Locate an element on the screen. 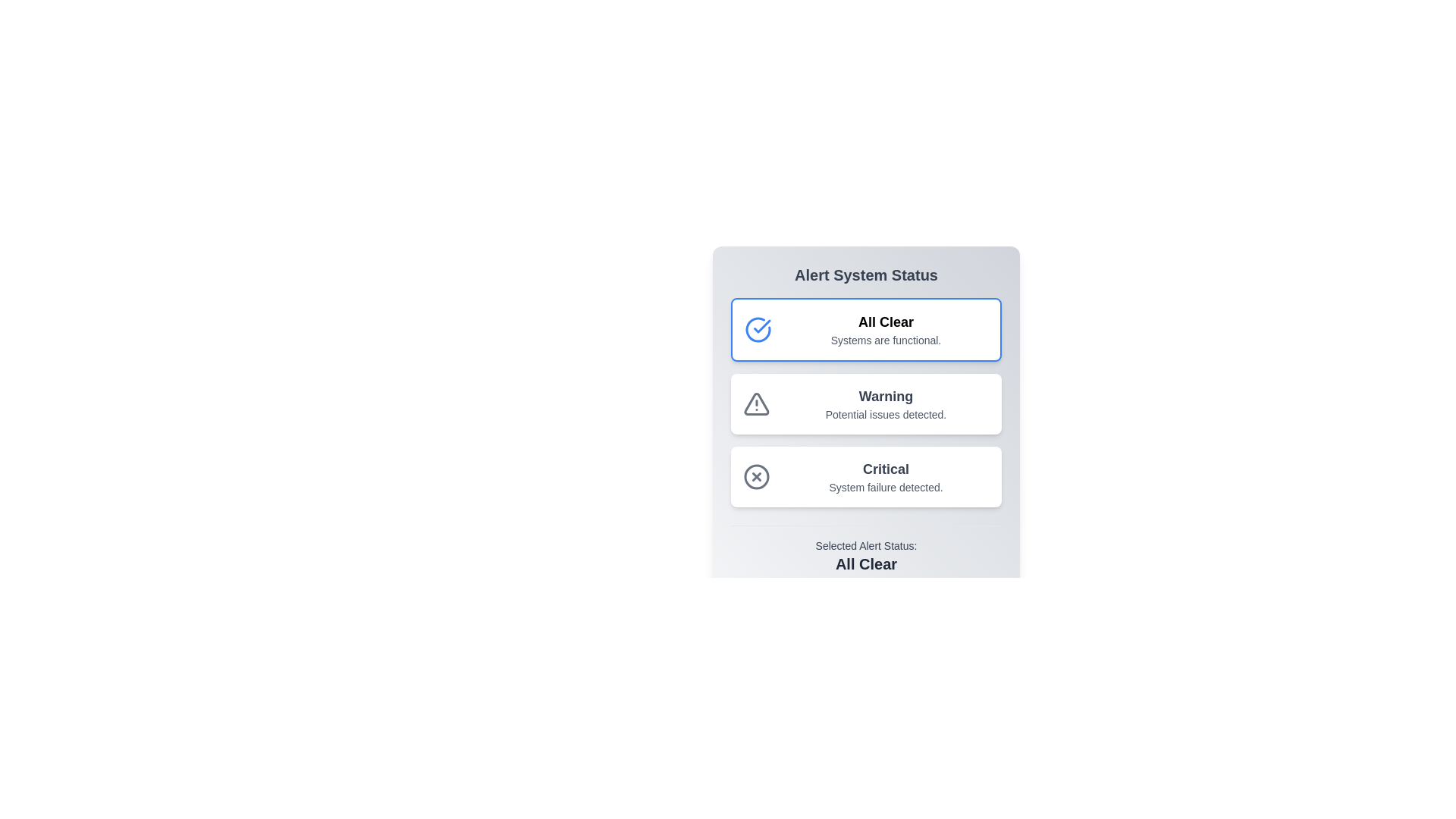  the static text element that indicates a system failure, located beneath the 'Critical' alert classification in the alert status region is located at coordinates (886, 488).